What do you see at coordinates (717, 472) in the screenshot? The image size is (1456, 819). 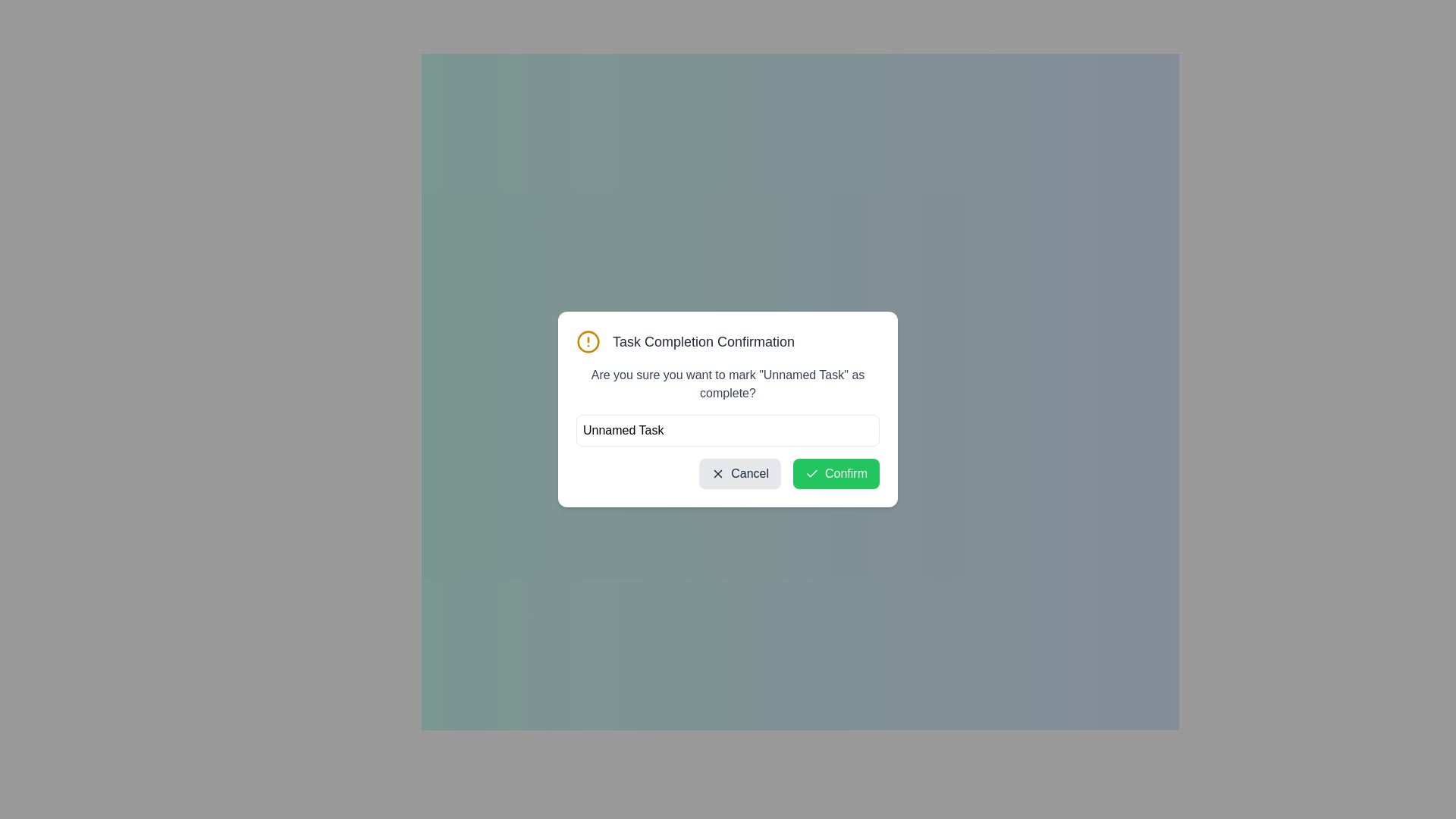 I see `the 'X' icon within the 'Cancel' button on the confirmation dialog, which has a grey background and rounded corners` at bounding box center [717, 472].